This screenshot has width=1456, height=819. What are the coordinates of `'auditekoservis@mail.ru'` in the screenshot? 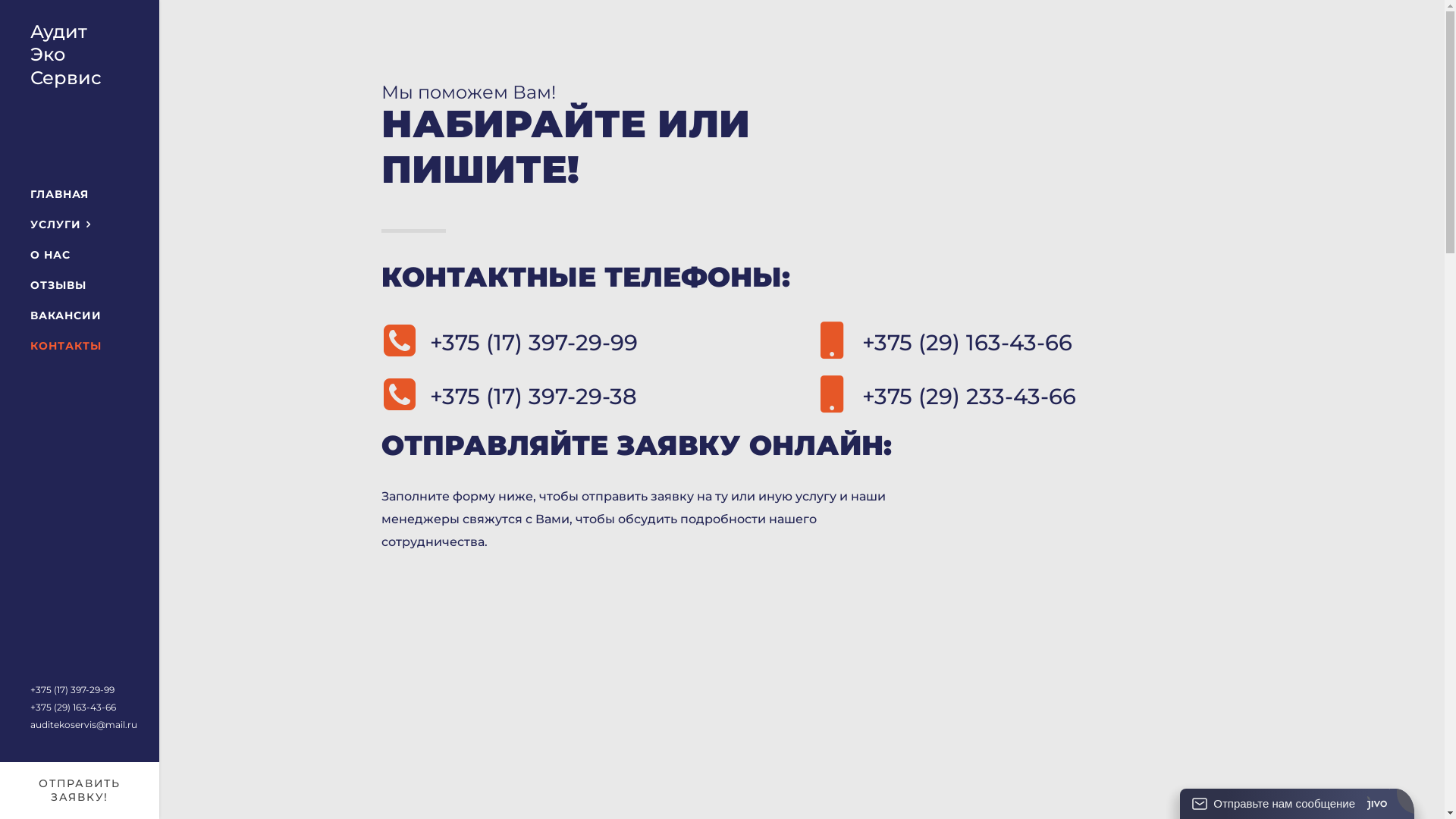 It's located at (83, 723).